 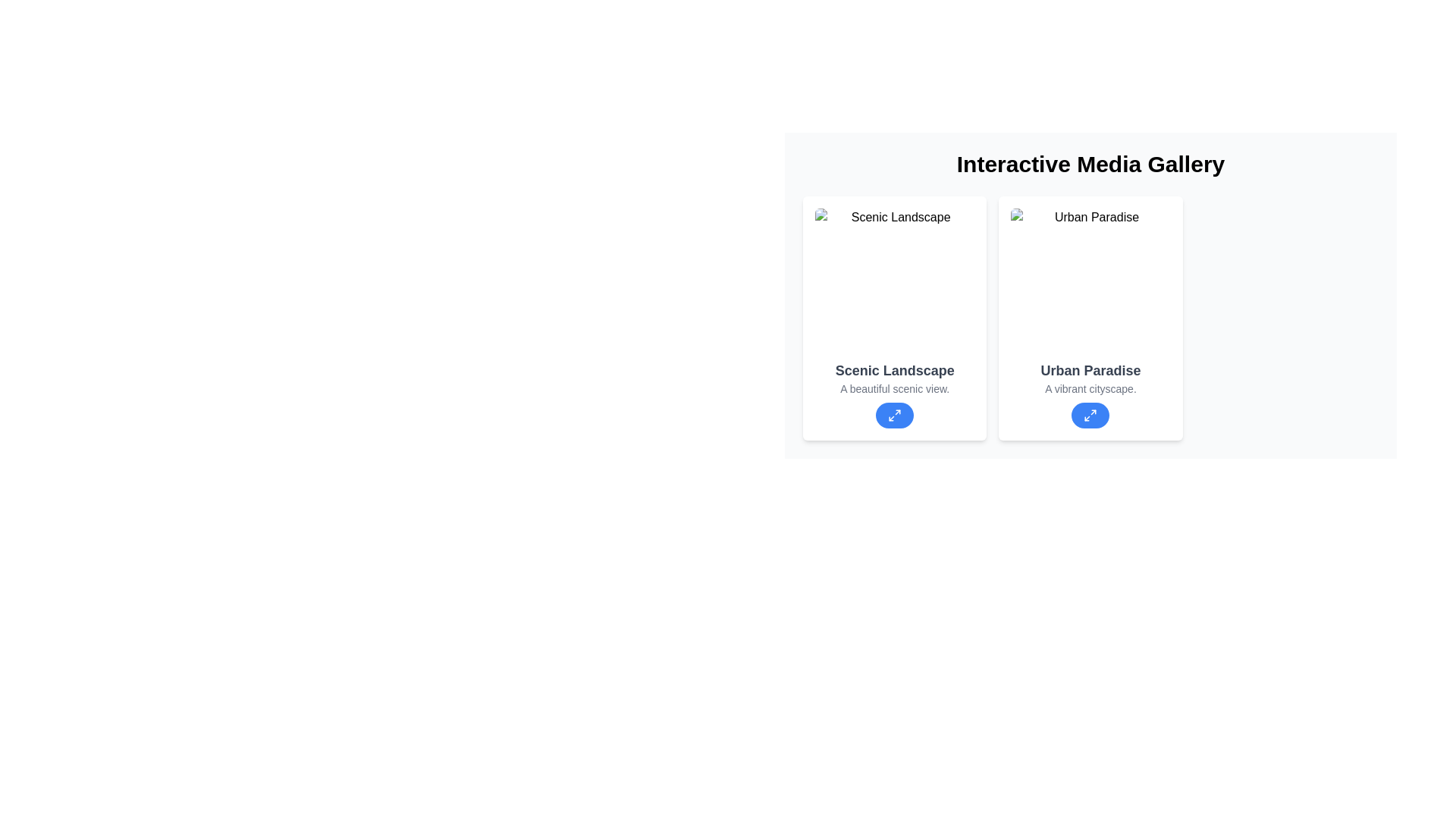 What do you see at coordinates (895, 281) in the screenshot?
I see `the scenic landscape image at the top of the card, which is rectangular with rounded corners and located in the left section of a horizontally arranged gallery grid` at bounding box center [895, 281].